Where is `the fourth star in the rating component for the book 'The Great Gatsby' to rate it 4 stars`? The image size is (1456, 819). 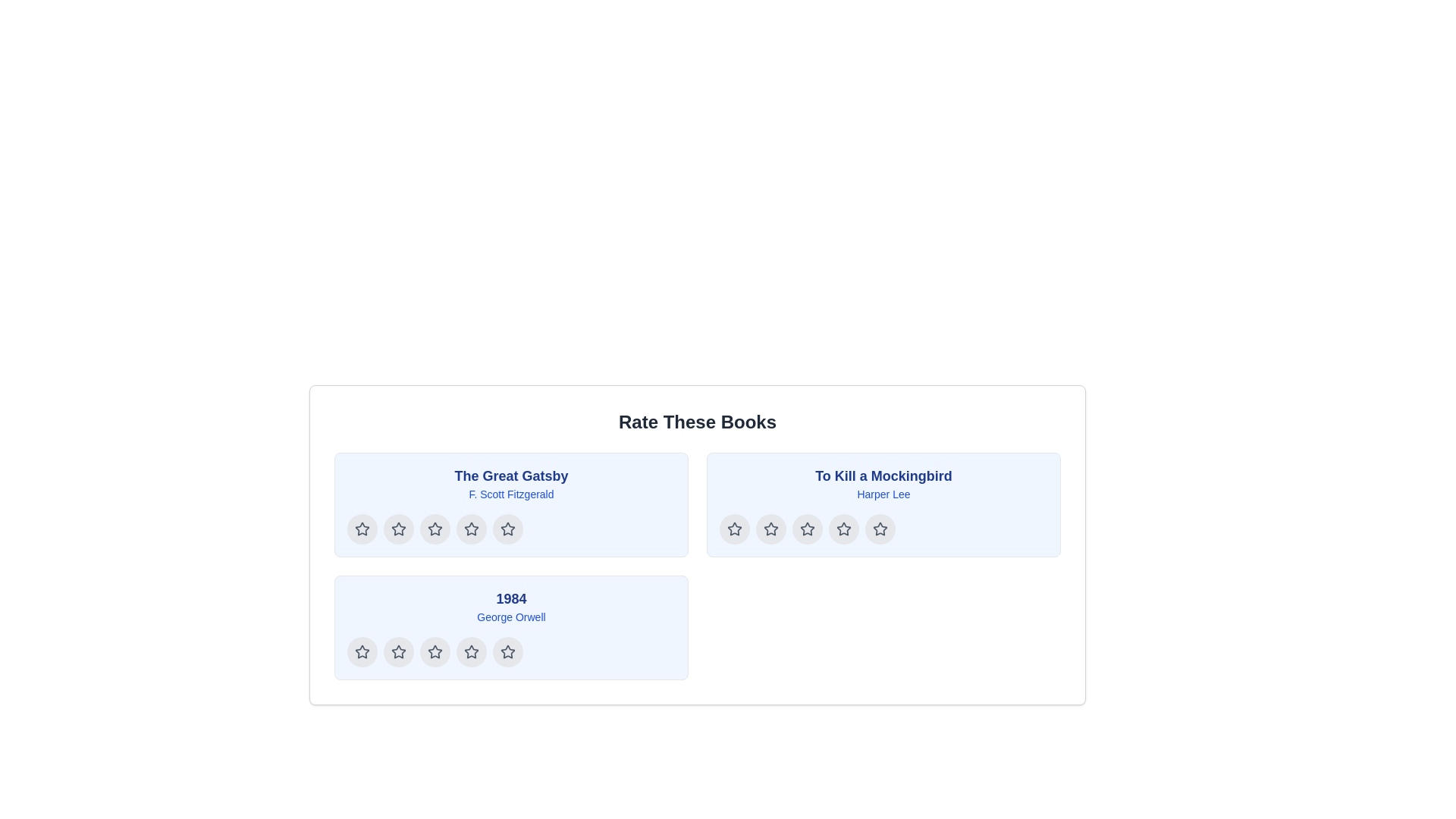 the fourth star in the rating component for the book 'The Great Gatsby' to rate it 4 stars is located at coordinates (511, 529).